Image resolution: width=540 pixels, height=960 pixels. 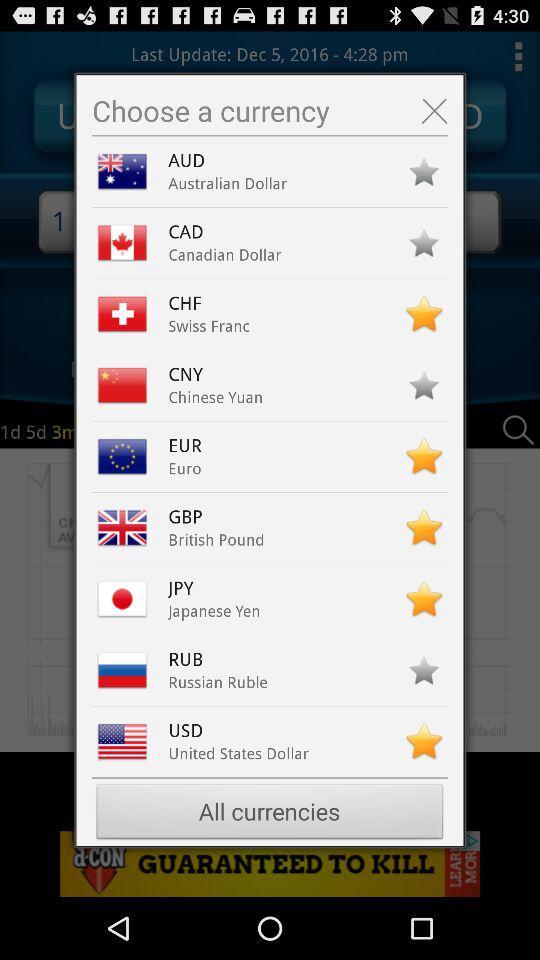 I want to click on the item below the canadian dollar app, so click(x=190, y=303).